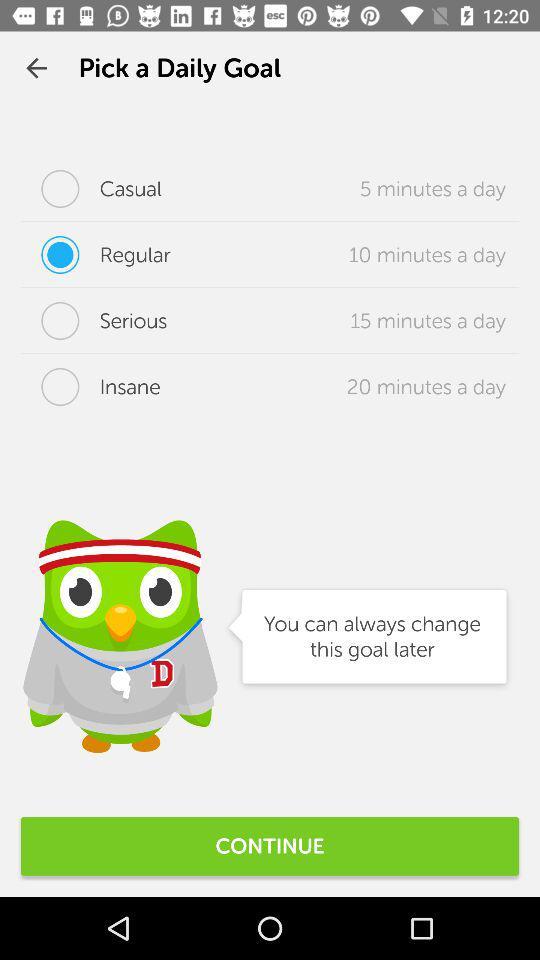 This screenshot has width=540, height=960. What do you see at coordinates (94, 253) in the screenshot?
I see `regular` at bounding box center [94, 253].